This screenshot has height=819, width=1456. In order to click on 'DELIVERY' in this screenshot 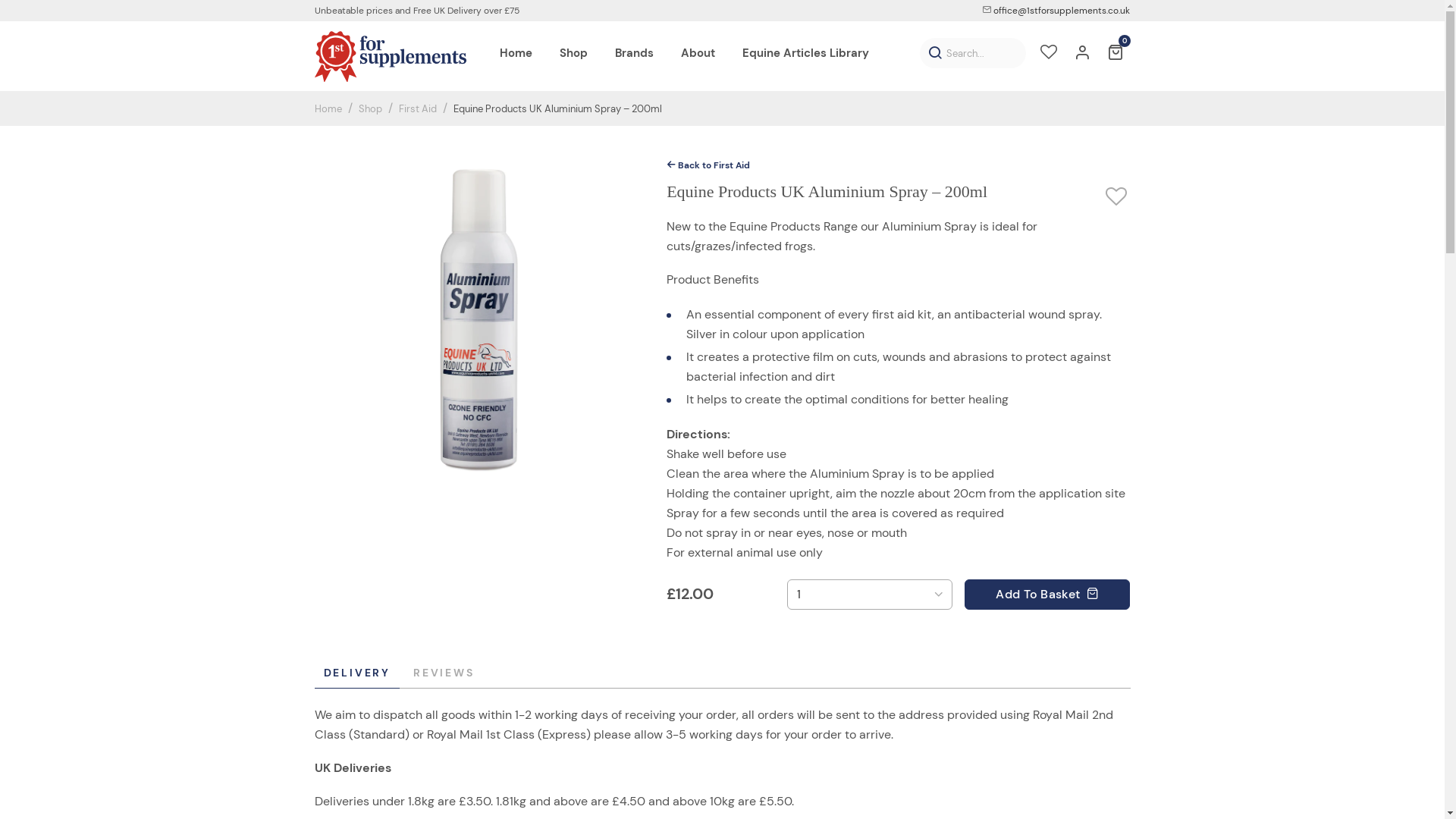, I will do `click(356, 672)`.